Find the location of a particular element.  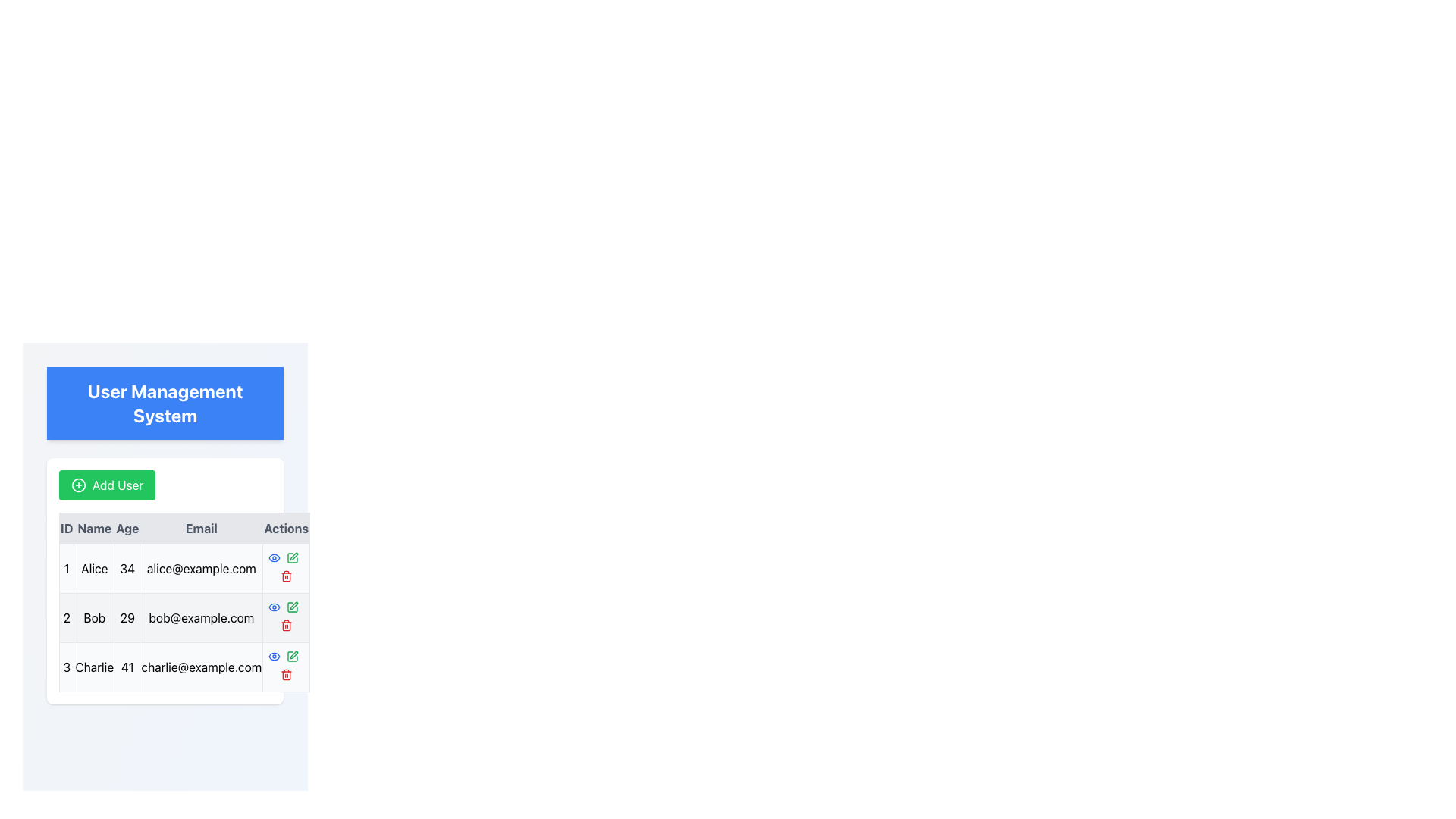

the table cell containing the text '3', located in the leftmost column of the last visible row in the user management table is located at coordinates (66, 666).